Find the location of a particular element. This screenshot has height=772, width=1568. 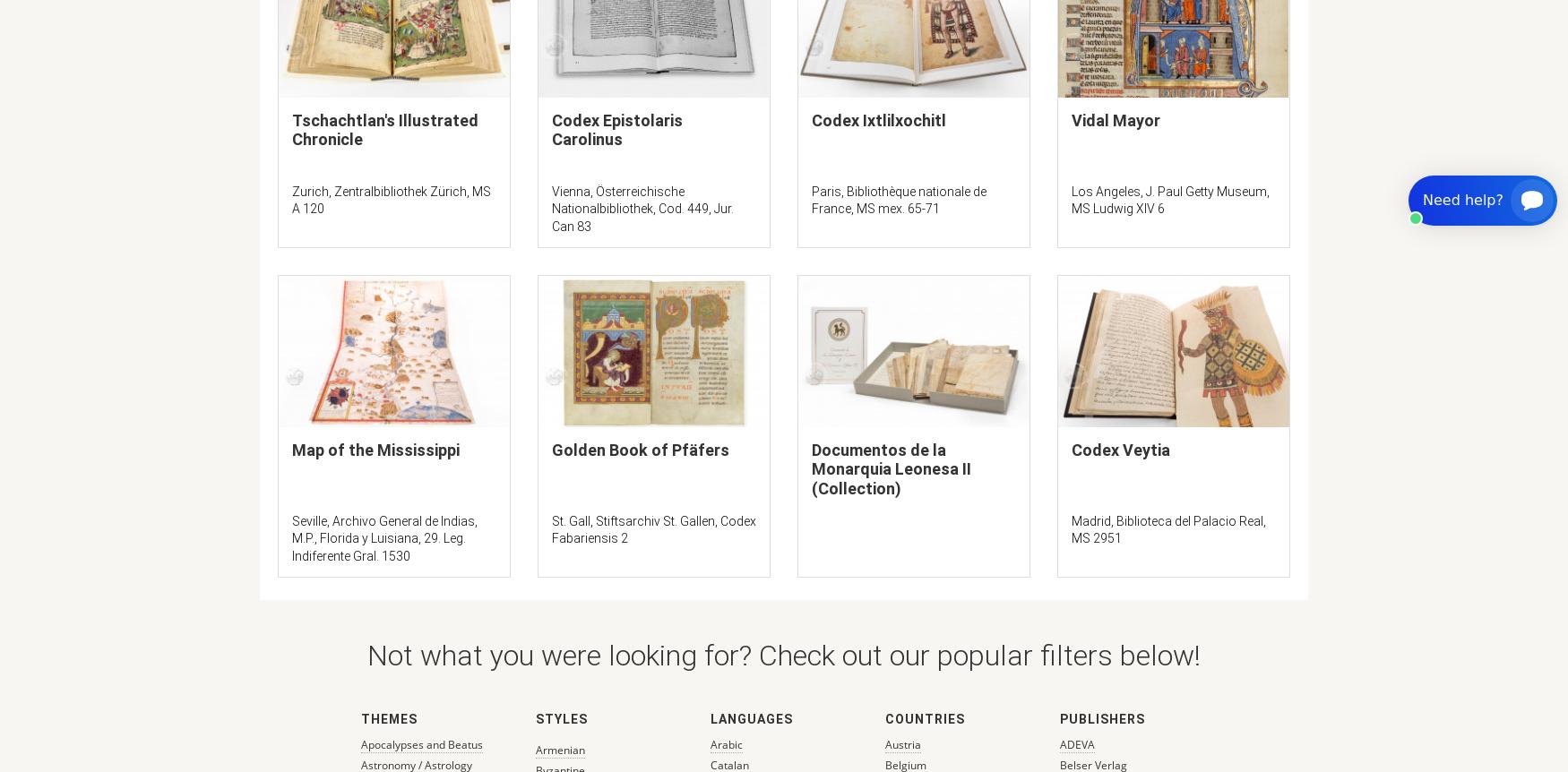

'Armenian' is located at coordinates (559, 749).